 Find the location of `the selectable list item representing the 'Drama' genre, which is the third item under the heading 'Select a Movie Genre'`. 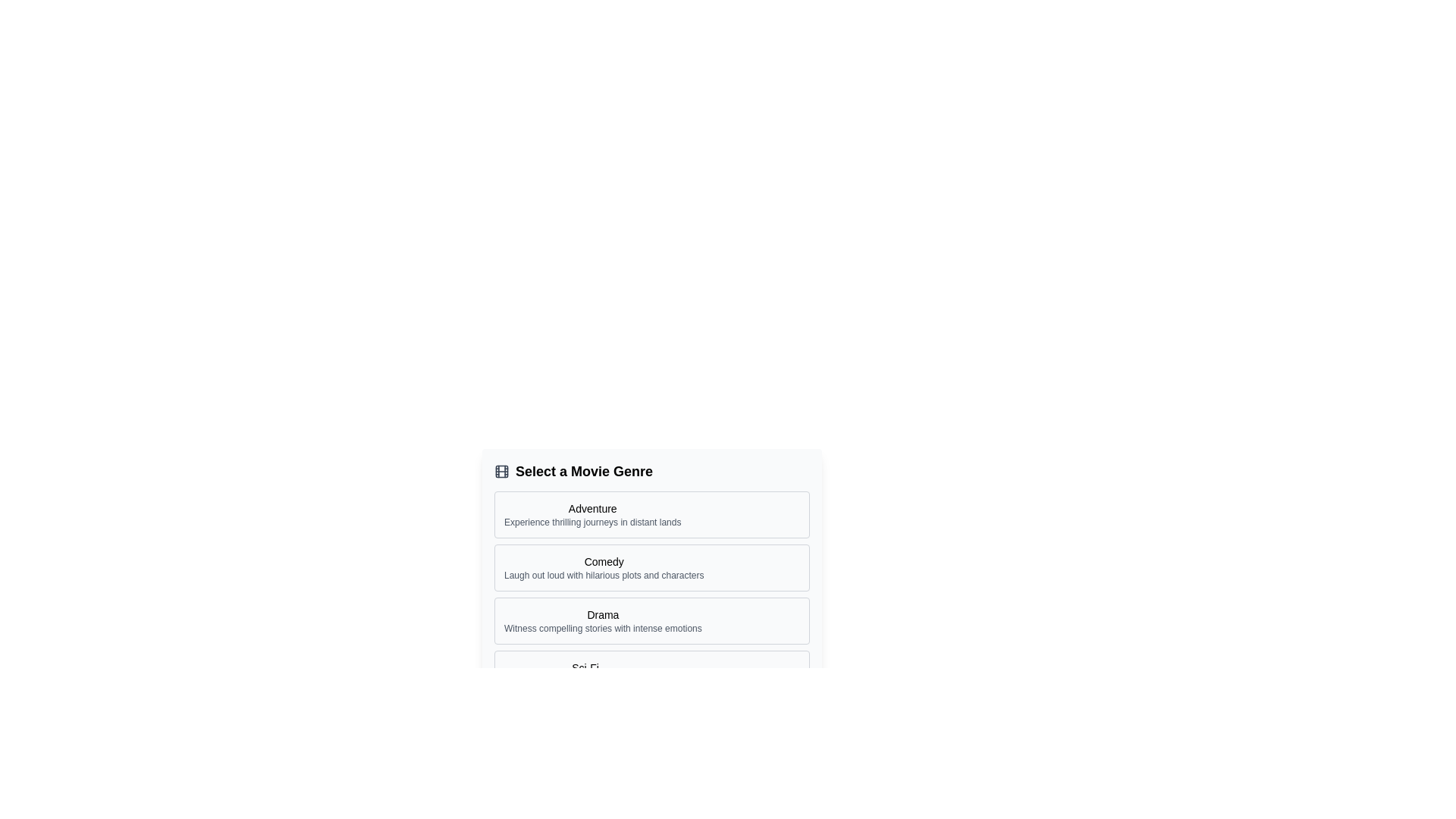

the selectable list item representing the 'Drama' genre, which is the third item under the heading 'Select a Movie Genre' is located at coordinates (651, 620).